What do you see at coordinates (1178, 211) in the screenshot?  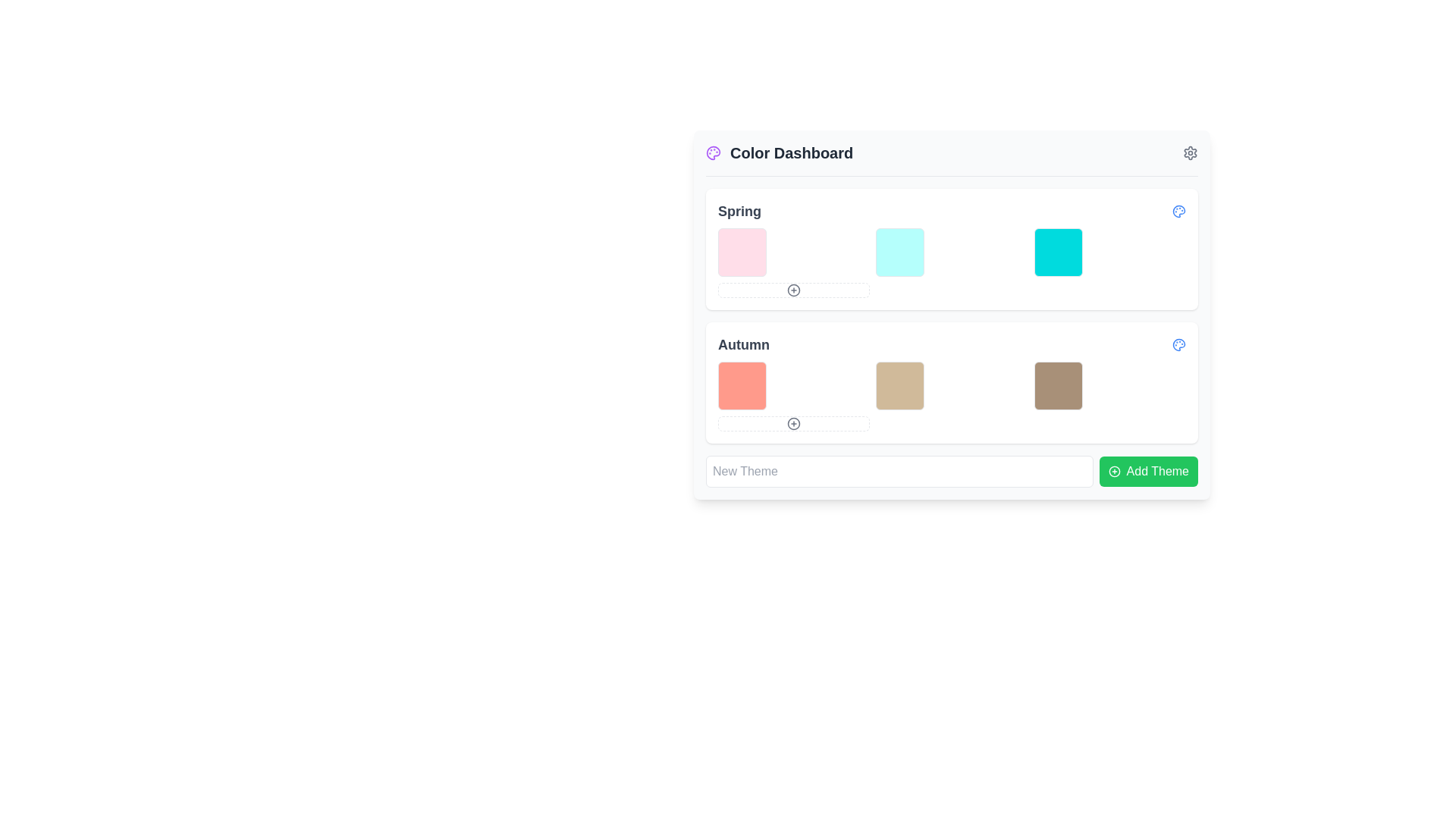 I see `the small blue palette icon located in the top-right corner of the 'Spring' section in the Color Dashboard, adjacent to the text 'Spring'` at bounding box center [1178, 211].